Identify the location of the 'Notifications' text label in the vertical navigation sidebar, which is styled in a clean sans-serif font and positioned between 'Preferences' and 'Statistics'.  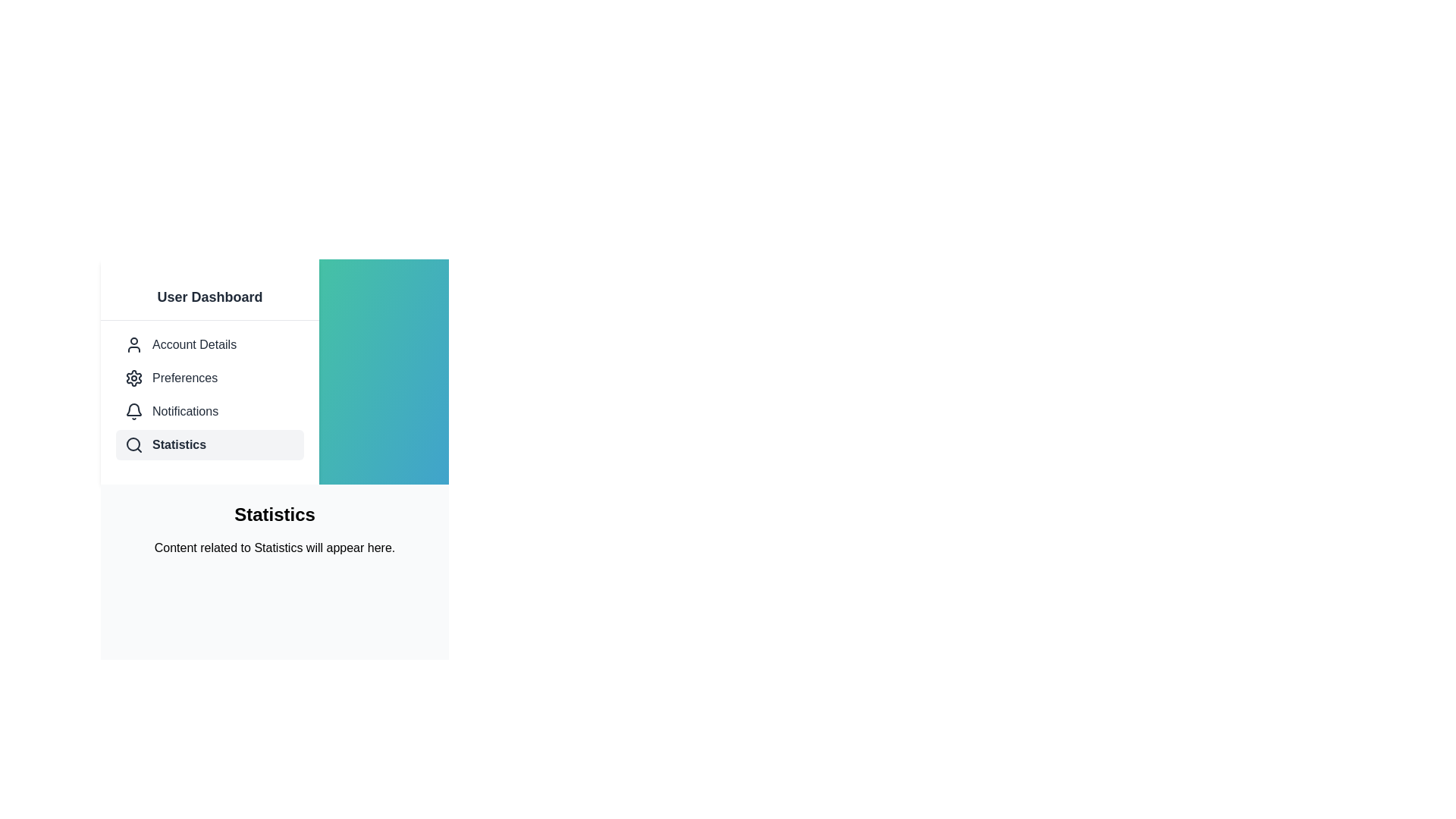
(184, 412).